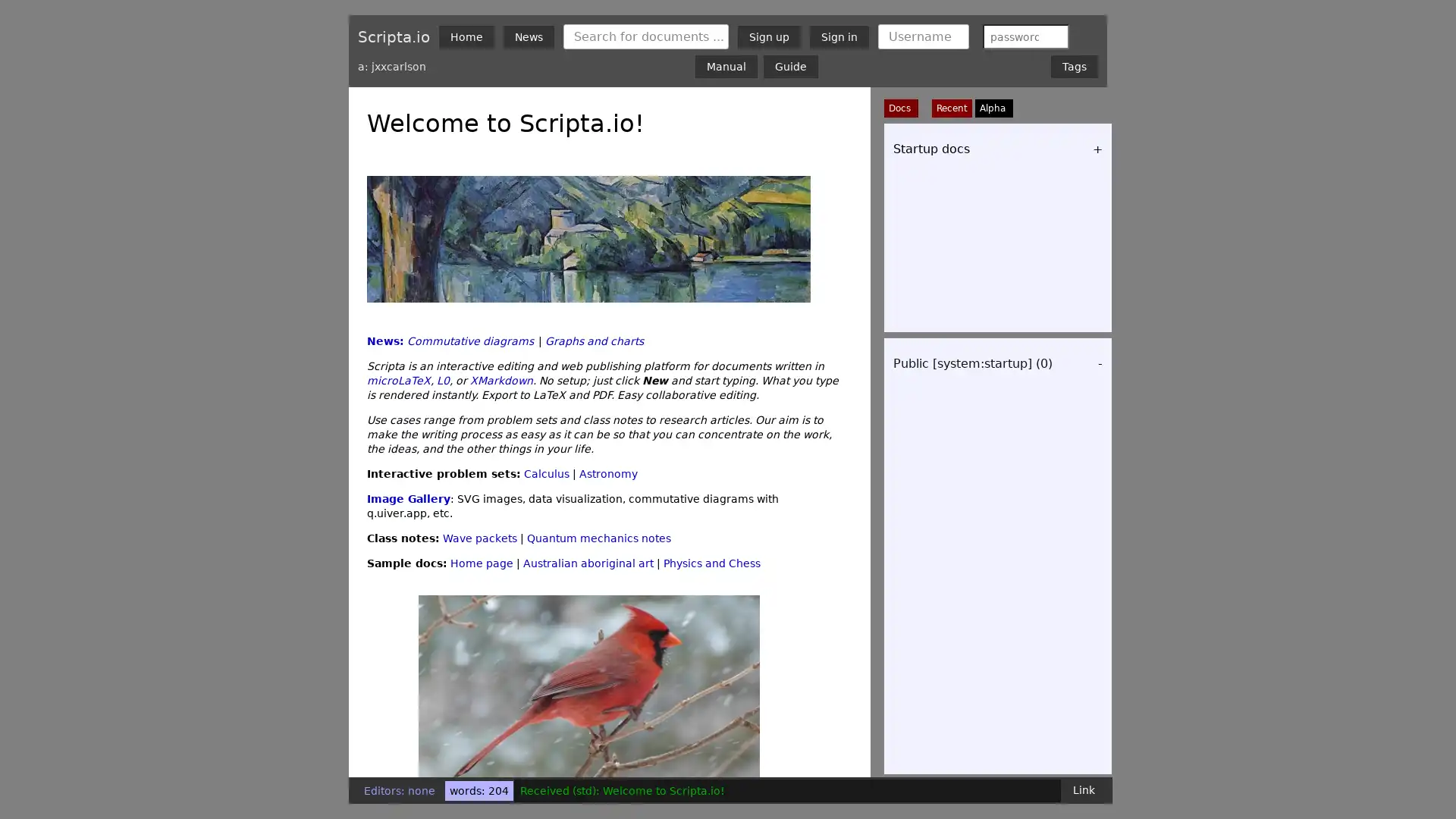 The image size is (1456, 819). Describe the element at coordinates (466, 35) in the screenshot. I see `Home` at that location.